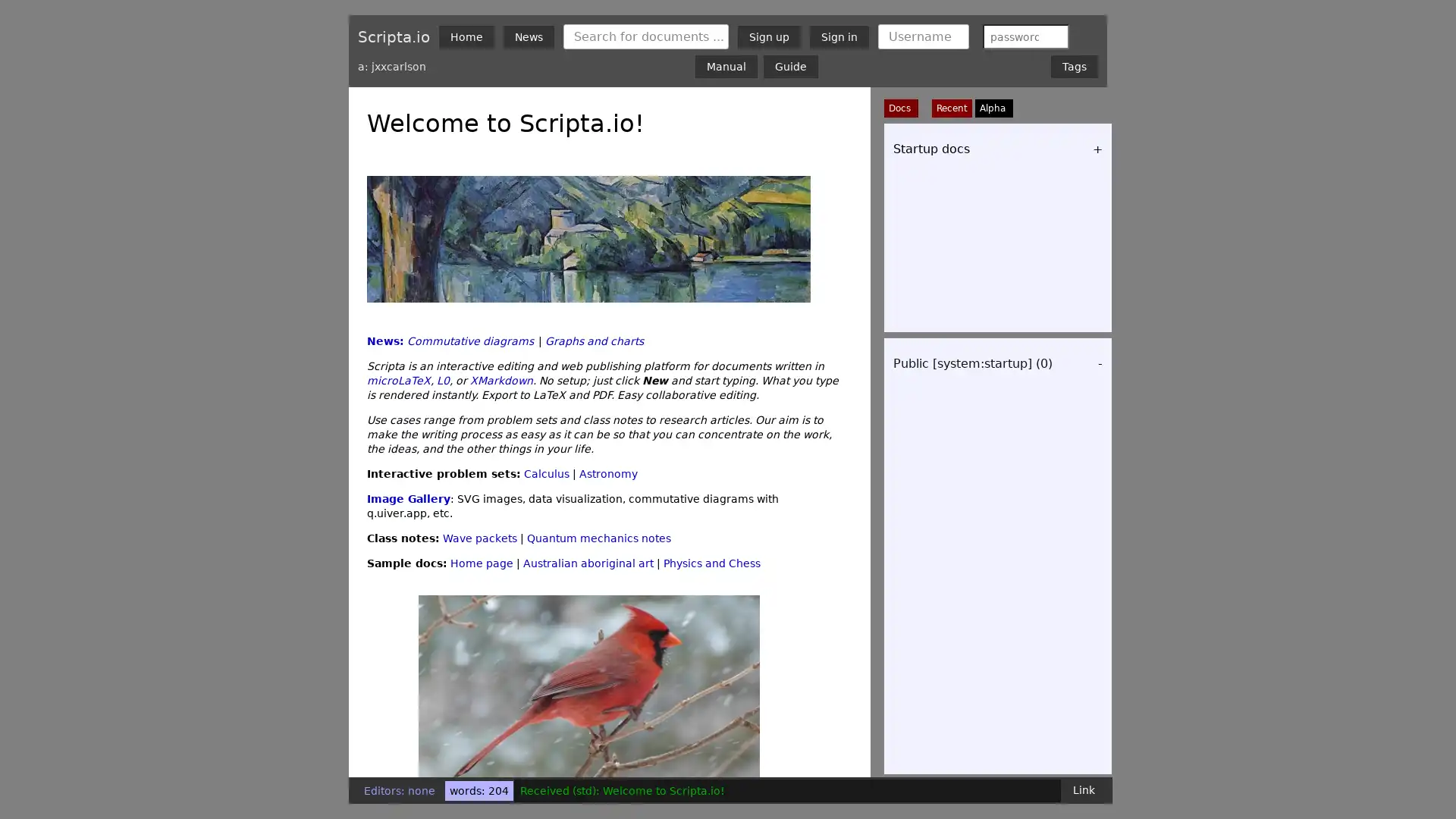 The image size is (1456, 819). Describe the element at coordinates (466, 35) in the screenshot. I see `Home` at that location.